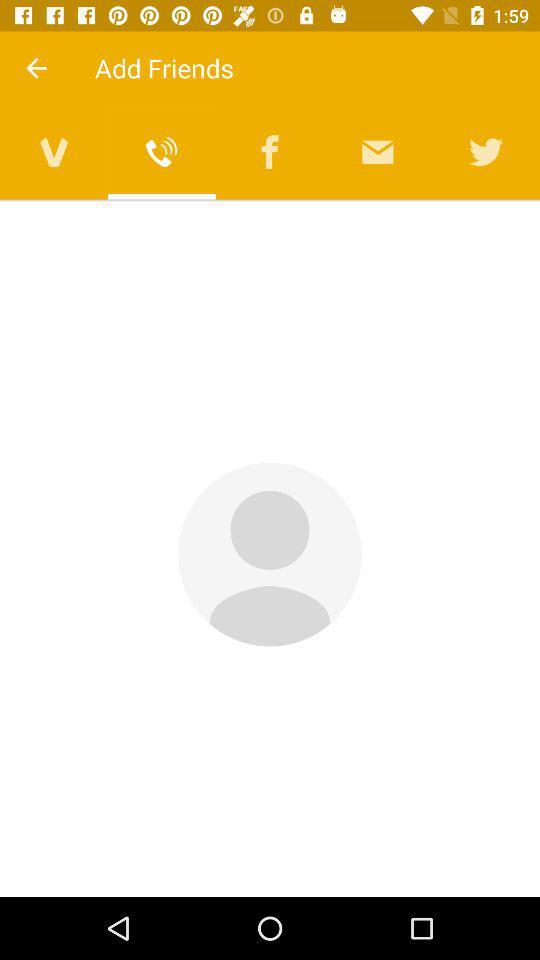  What do you see at coordinates (378, 151) in the screenshot?
I see `the email icon` at bounding box center [378, 151].